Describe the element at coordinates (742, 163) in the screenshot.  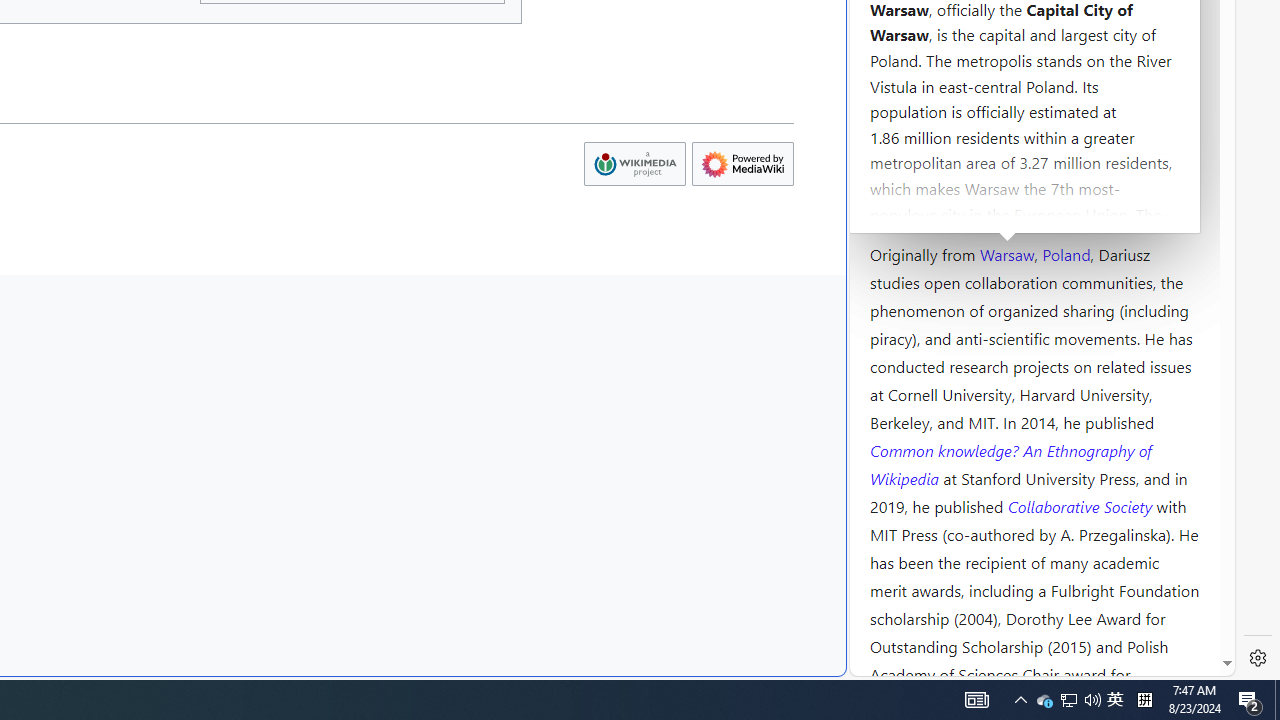
I see `'Powered by MediaWiki'` at that location.